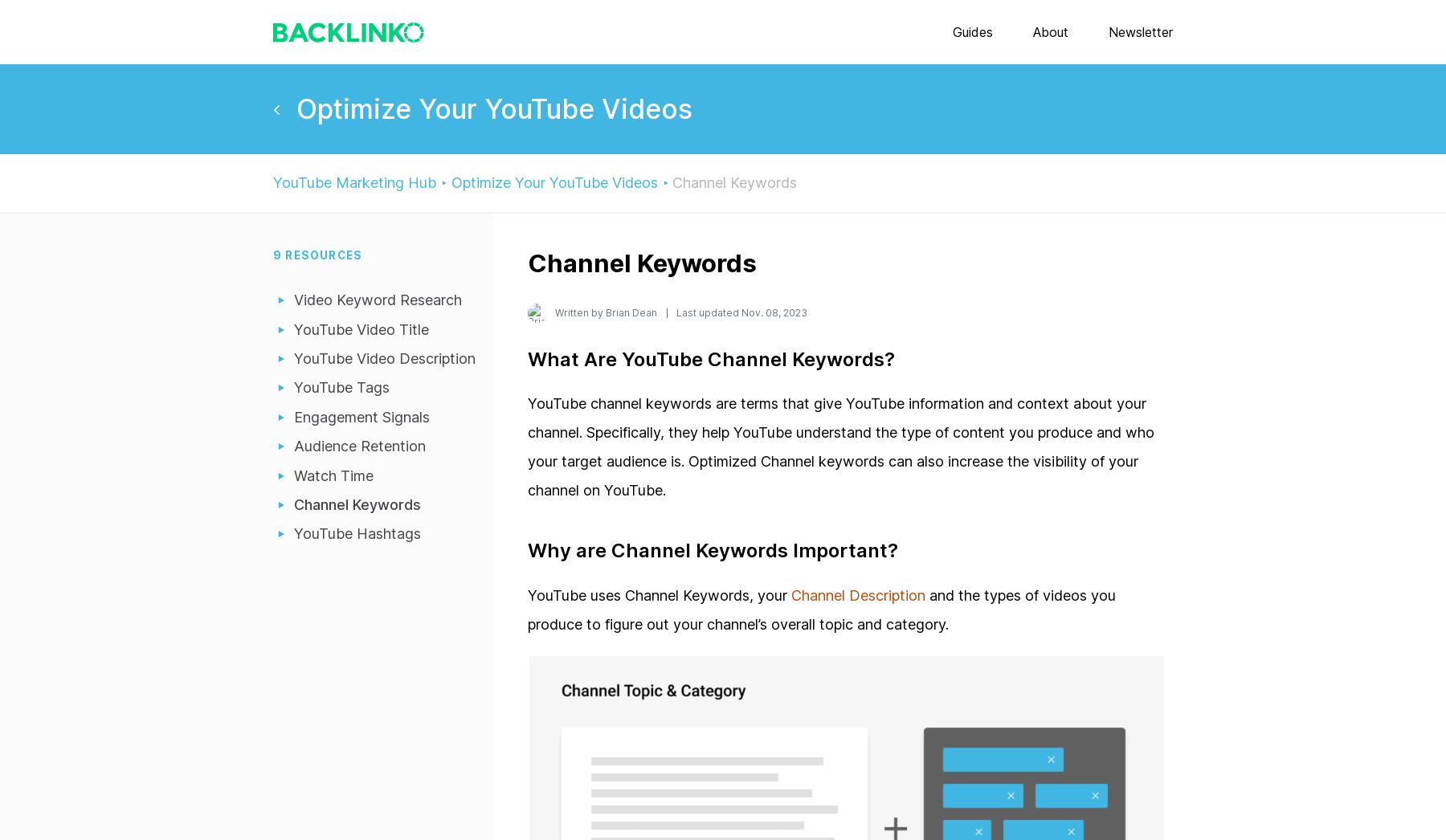 This screenshot has height=840, width=1446. I want to click on 'Techniques to rank #1 in Google', so click(949, 403).